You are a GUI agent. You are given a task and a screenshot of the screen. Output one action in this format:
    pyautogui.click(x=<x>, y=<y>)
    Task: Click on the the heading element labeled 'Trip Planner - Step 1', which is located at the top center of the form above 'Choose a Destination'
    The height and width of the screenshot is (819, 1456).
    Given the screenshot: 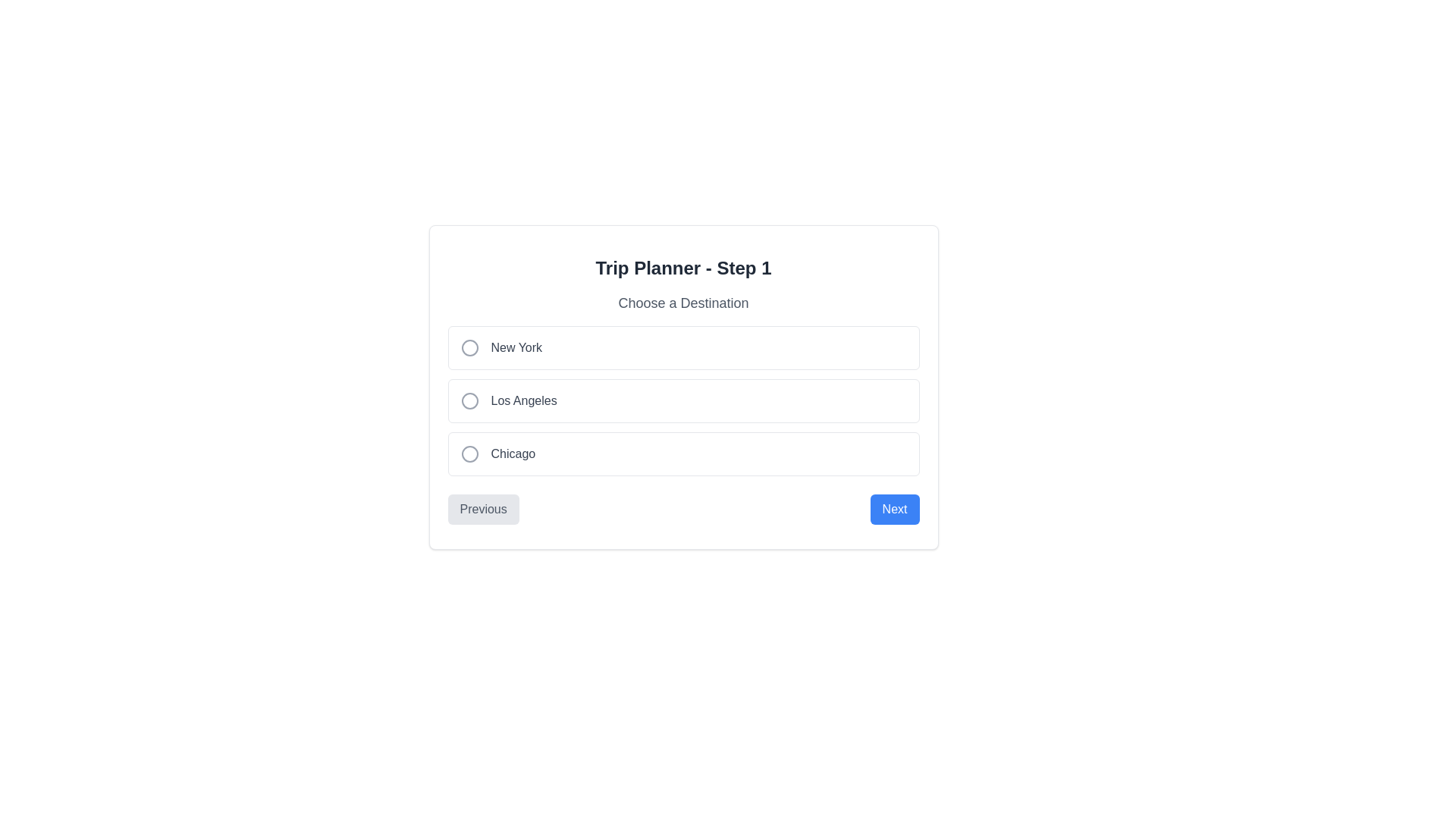 What is the action you would take?
    pyautogui.click(x=682, y=268)
    